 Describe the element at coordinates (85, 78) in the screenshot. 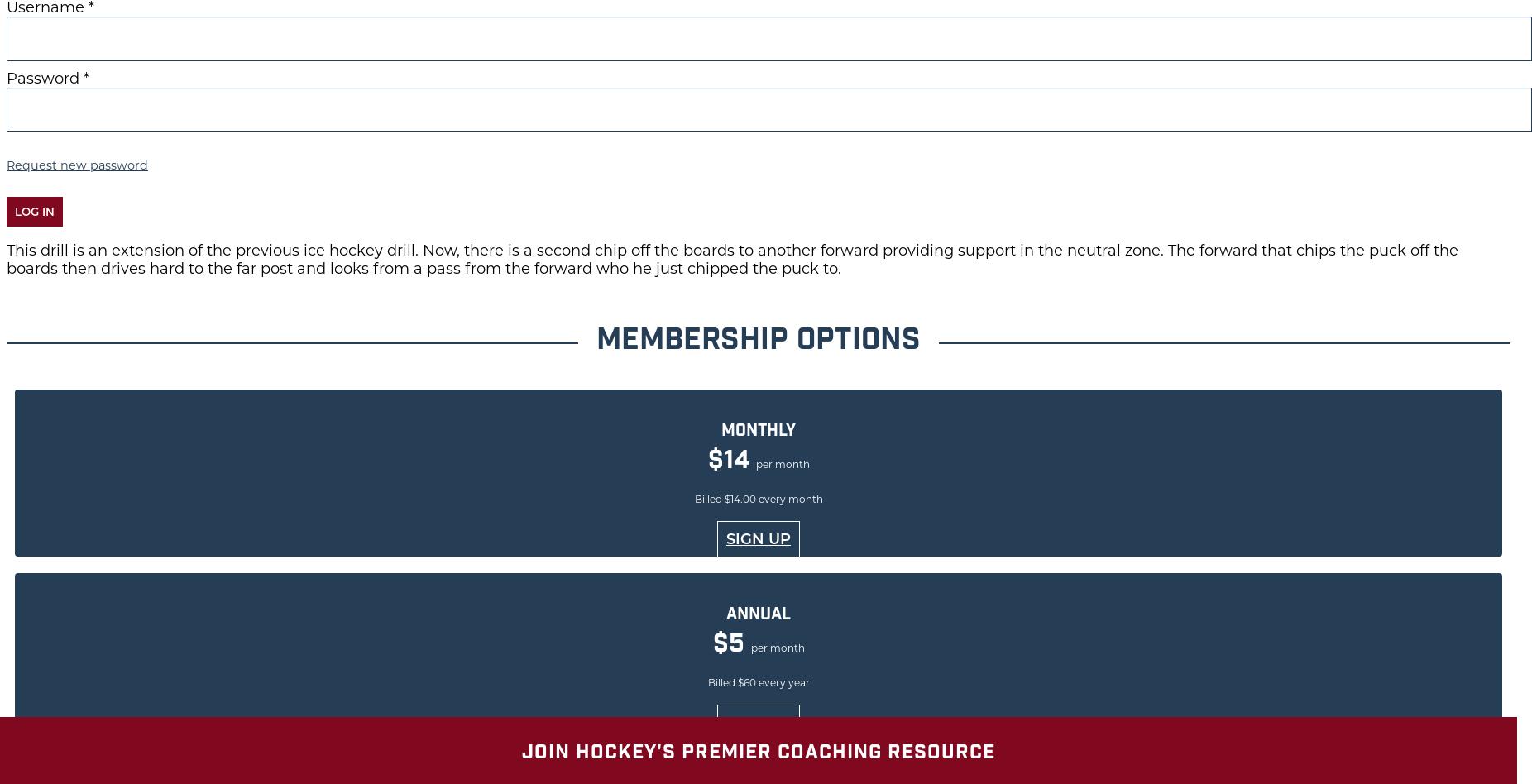

I see `'*'` at that location.